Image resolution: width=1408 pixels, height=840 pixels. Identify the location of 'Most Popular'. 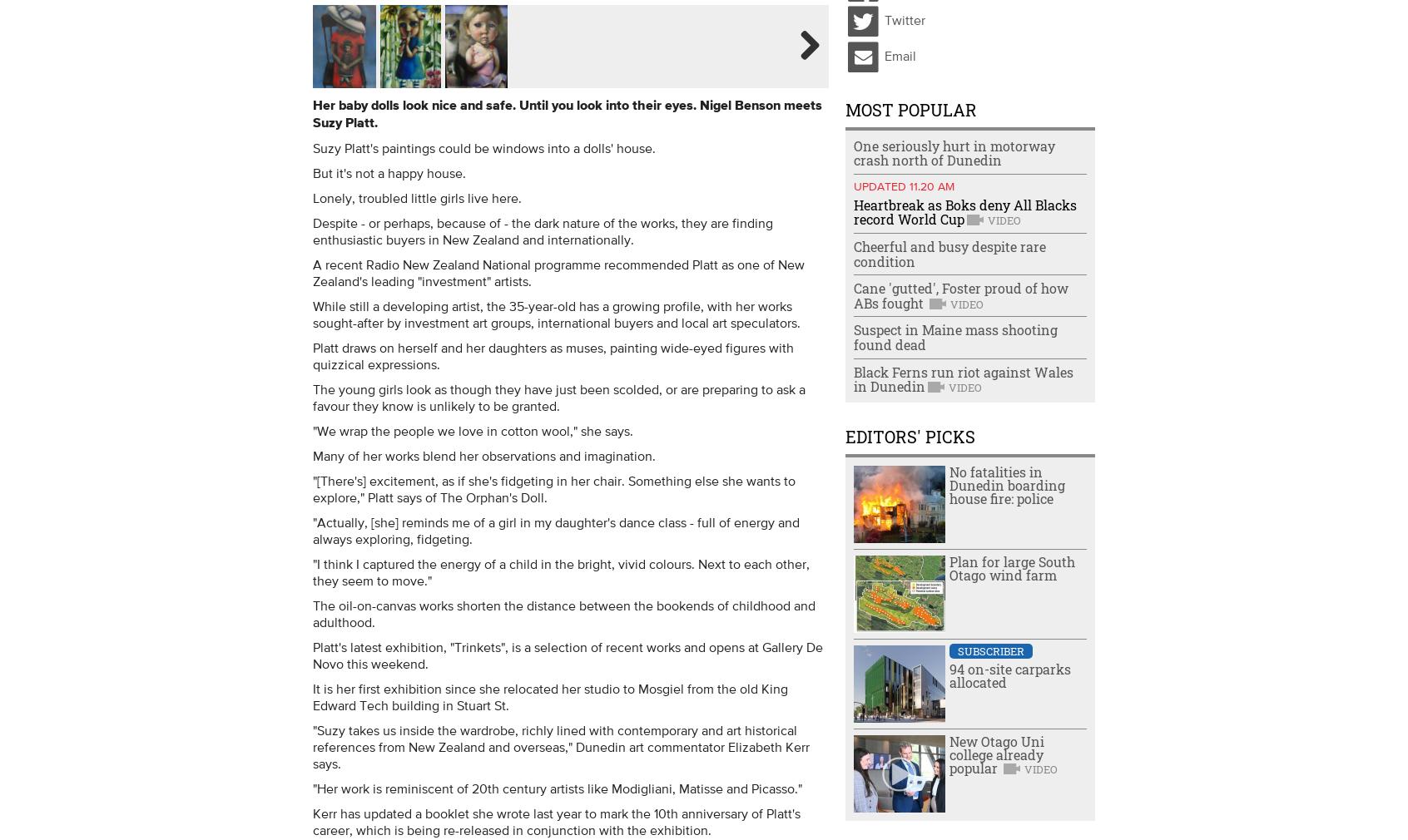
(910, 107).